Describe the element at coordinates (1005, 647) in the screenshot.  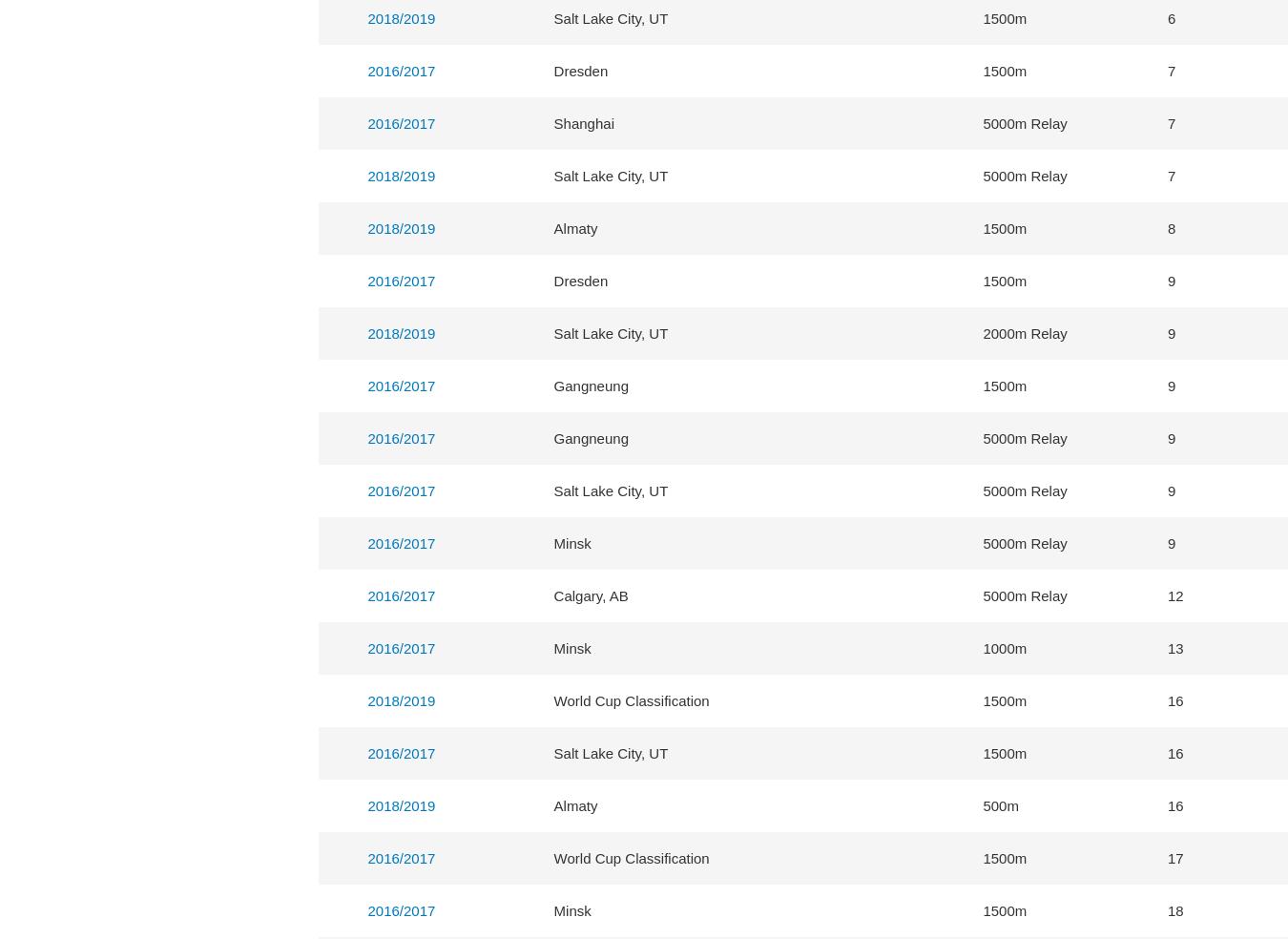
I see `'1000m'` at that location.